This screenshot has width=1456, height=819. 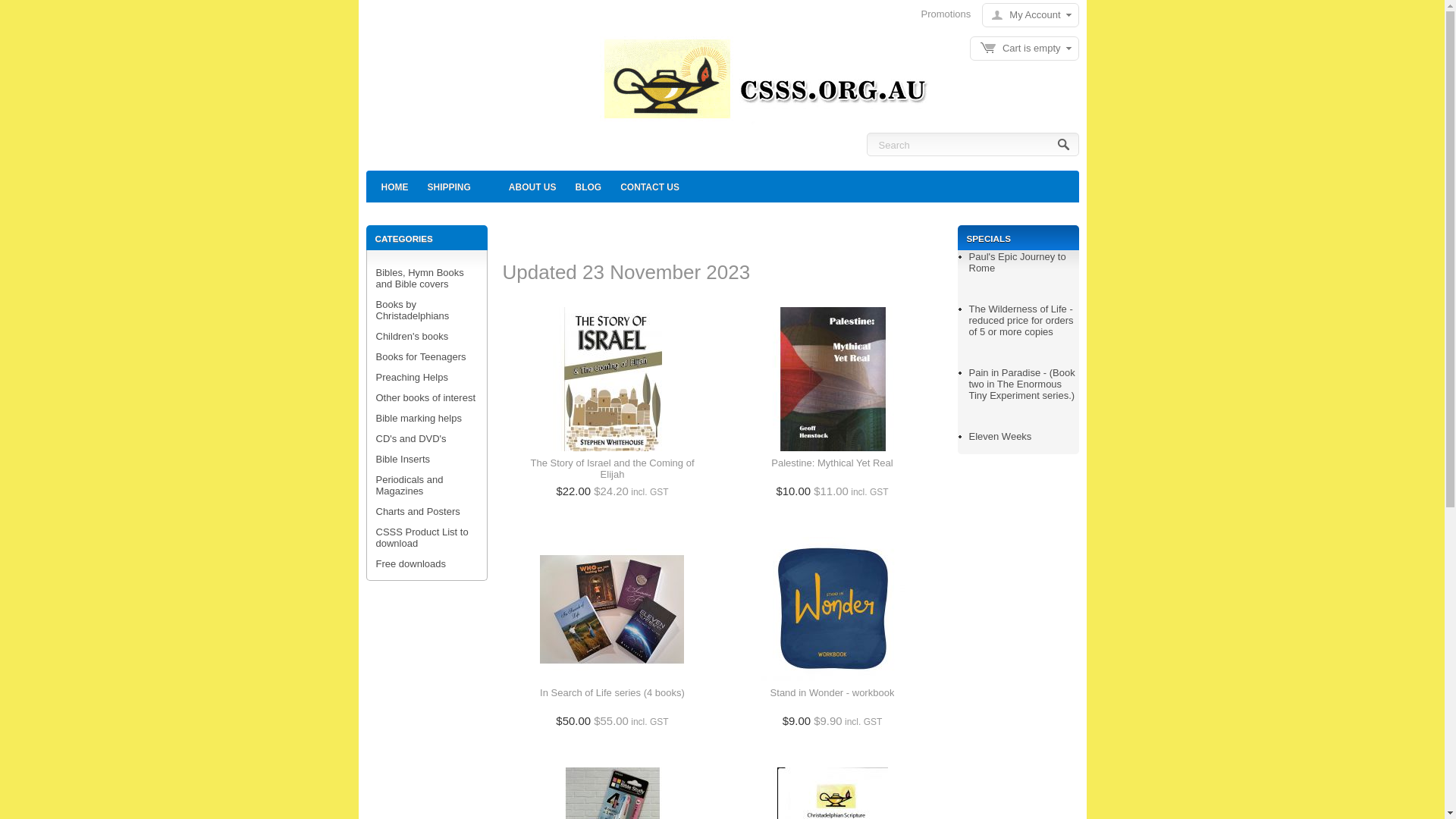 What do you see at coordinates (409, 485) in the screenshot?
I see `'Periodicals and Magazines'` at bounding box center [409, 485].